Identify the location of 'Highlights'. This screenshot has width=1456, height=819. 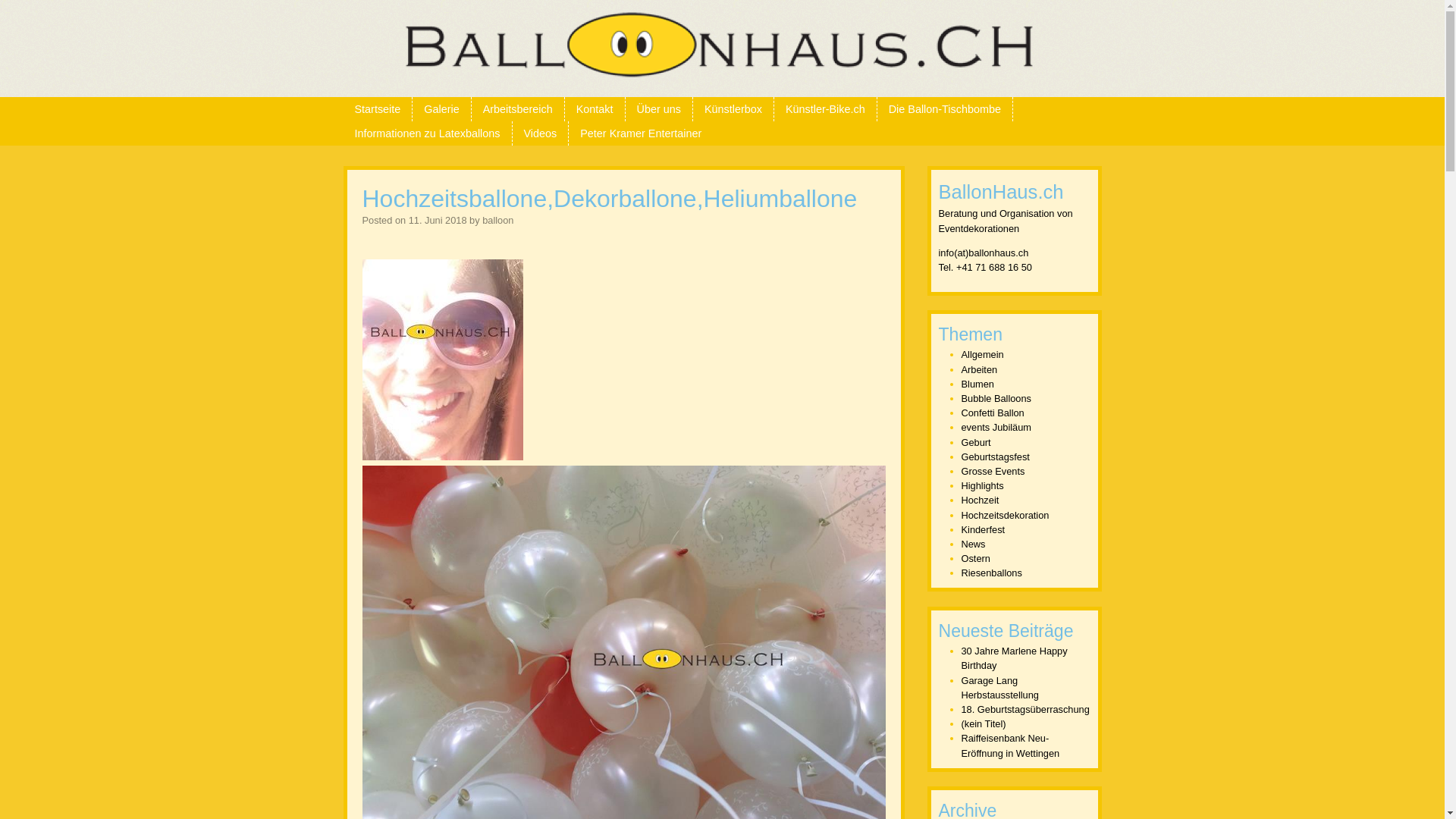
(983, 485).